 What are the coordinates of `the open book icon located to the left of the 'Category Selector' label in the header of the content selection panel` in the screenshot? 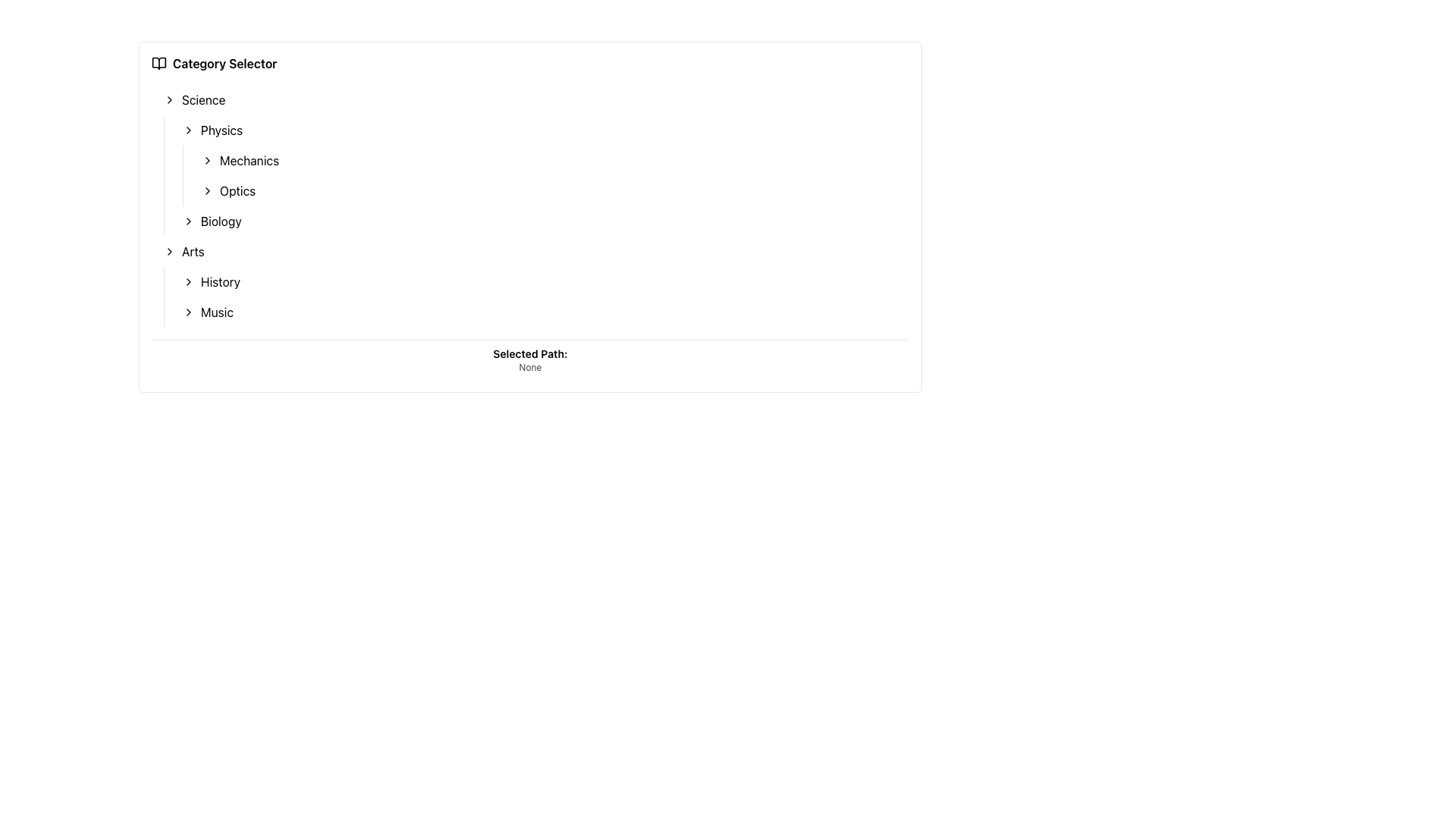 It's located at (159, 63).